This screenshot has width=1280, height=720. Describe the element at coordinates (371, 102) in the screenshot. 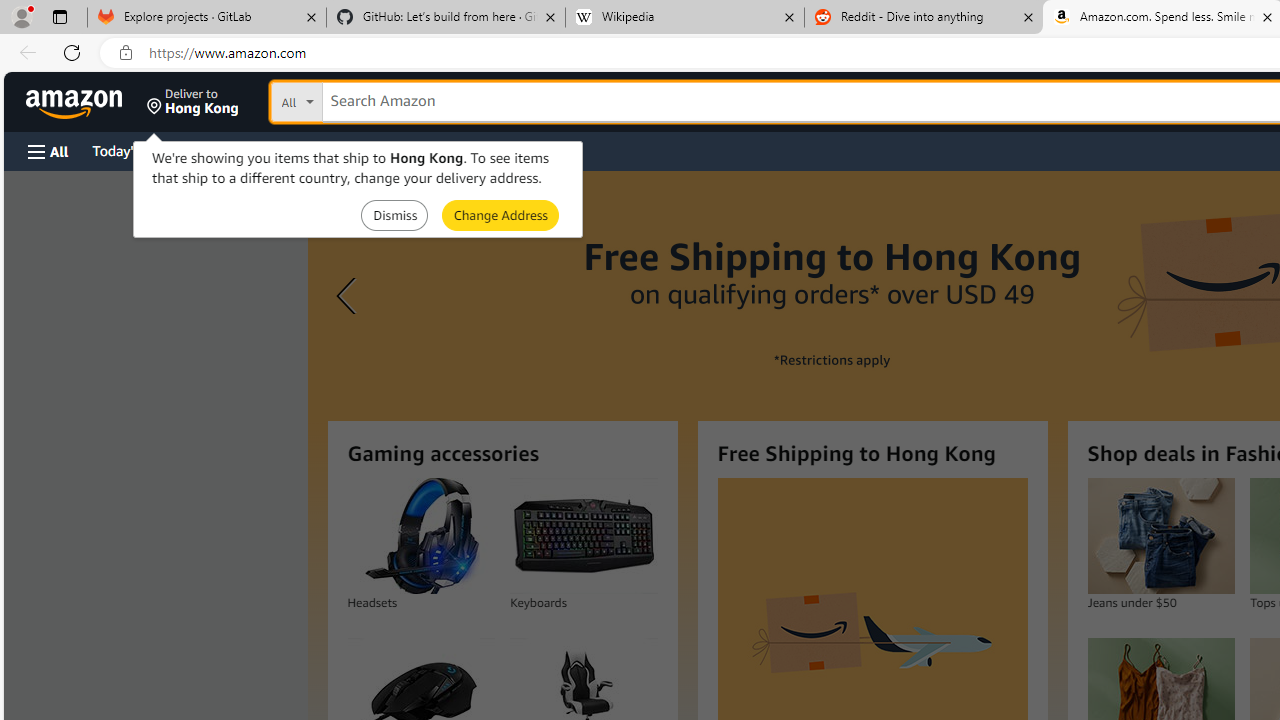

I see `'Search in'` at that location.